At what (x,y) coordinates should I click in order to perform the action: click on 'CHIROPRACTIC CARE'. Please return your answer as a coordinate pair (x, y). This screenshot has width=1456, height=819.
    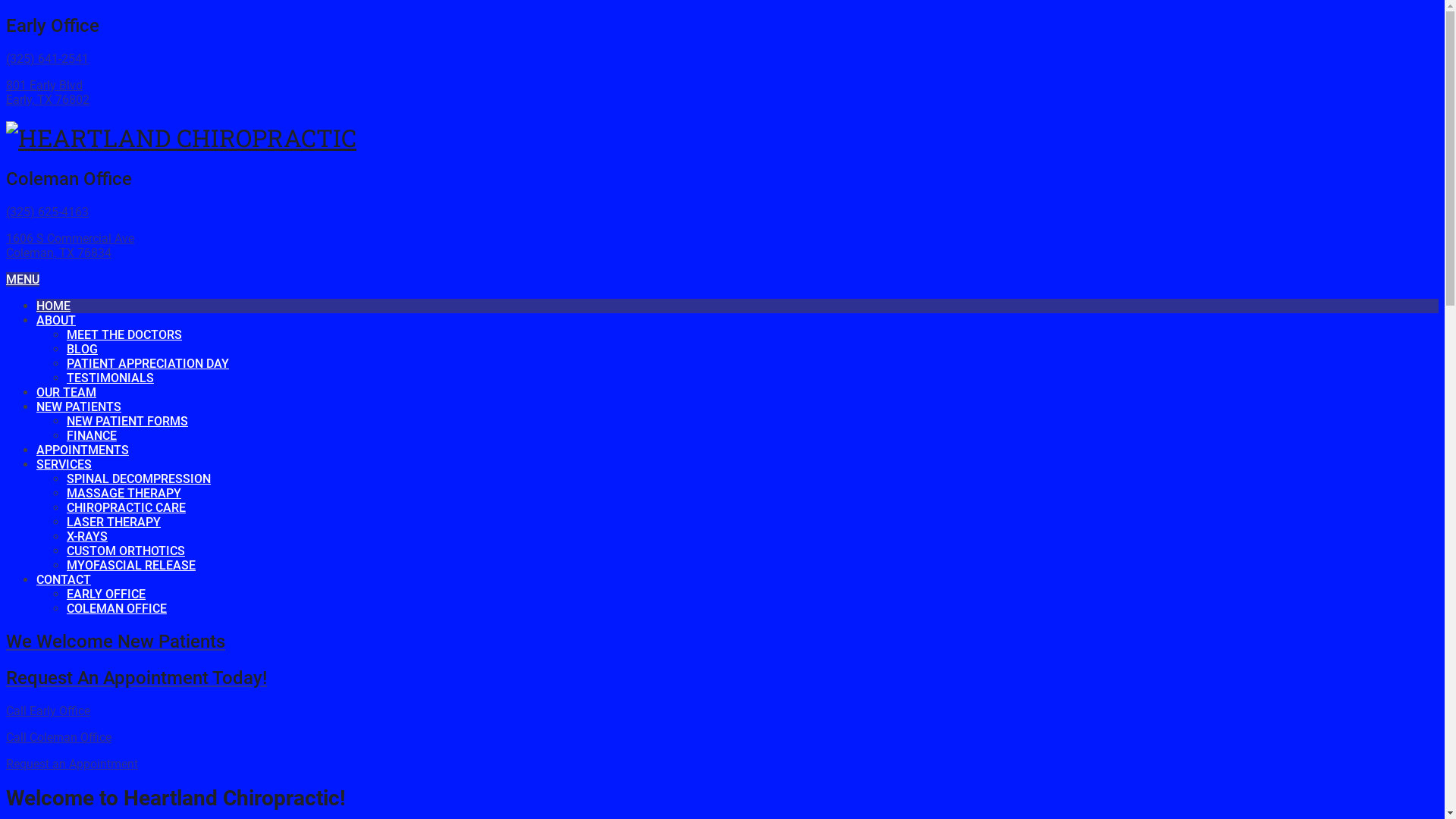
    Looking at the image, I should click on (65, 507).